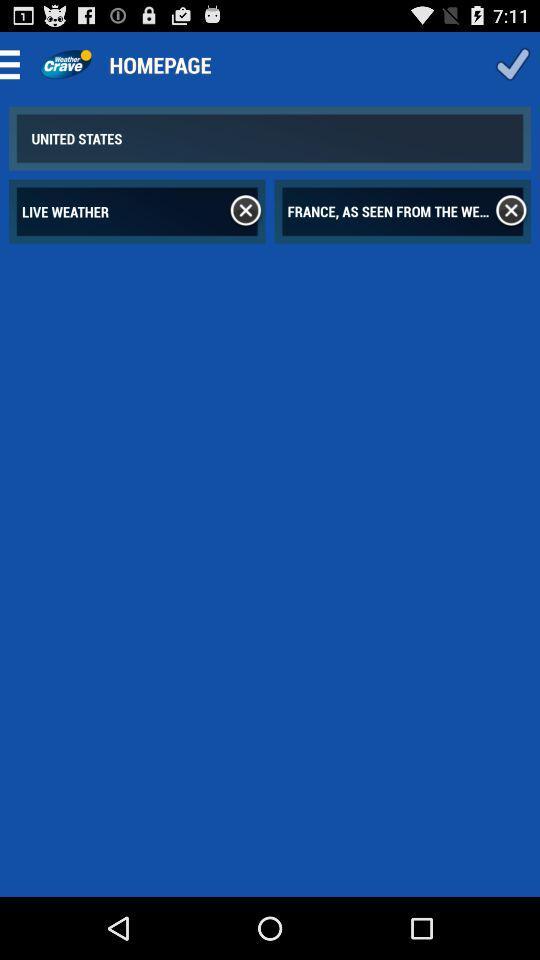  Describe the element at coordinates (65, 64) in the screenshot. I see `the icon next to the homepage item` at that location.